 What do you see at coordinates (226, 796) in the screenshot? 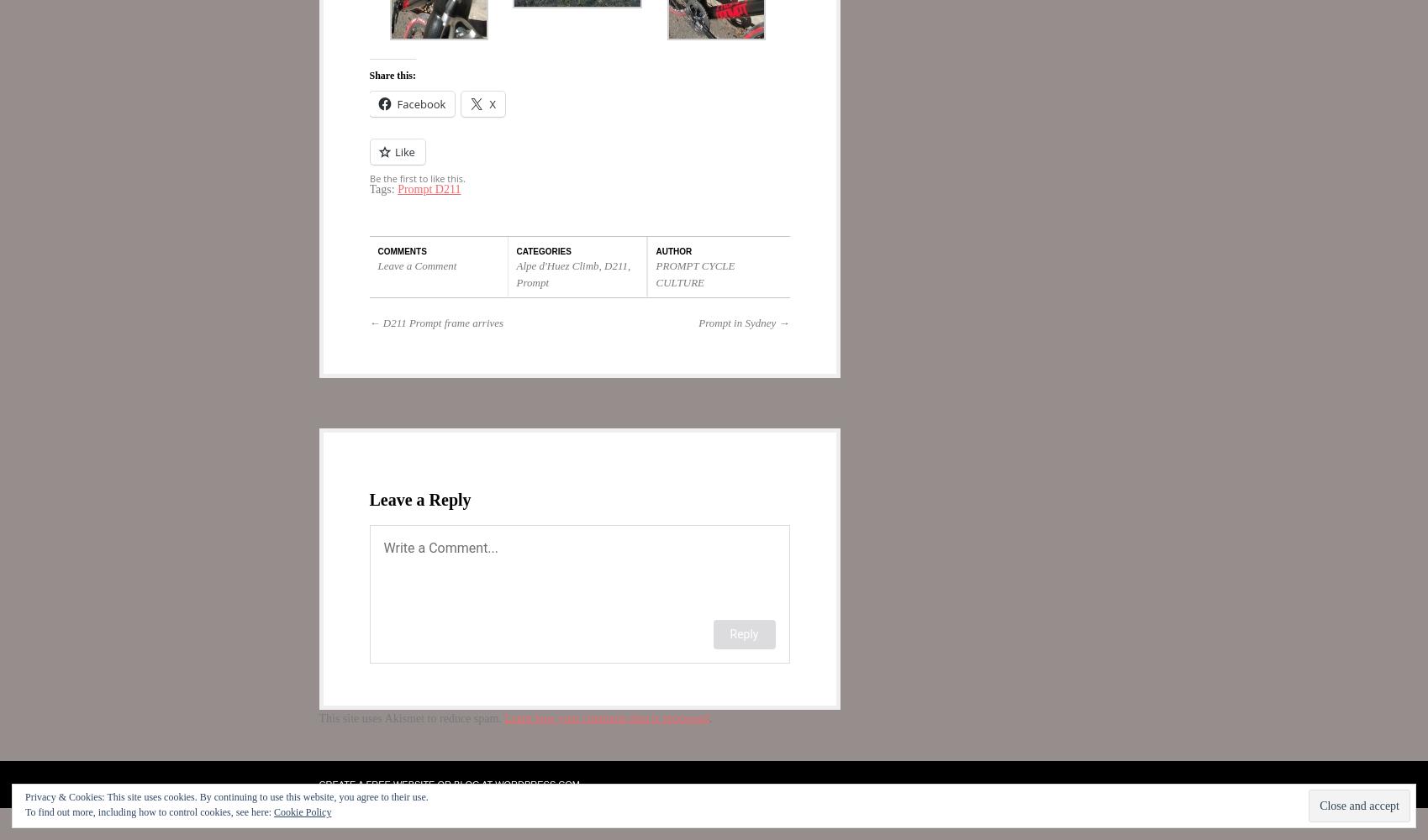
I see `'Privacy & Cookies: This site uses cookies. By continuing to use this website, you agree to their use.'` at bounding box center [226, 796].